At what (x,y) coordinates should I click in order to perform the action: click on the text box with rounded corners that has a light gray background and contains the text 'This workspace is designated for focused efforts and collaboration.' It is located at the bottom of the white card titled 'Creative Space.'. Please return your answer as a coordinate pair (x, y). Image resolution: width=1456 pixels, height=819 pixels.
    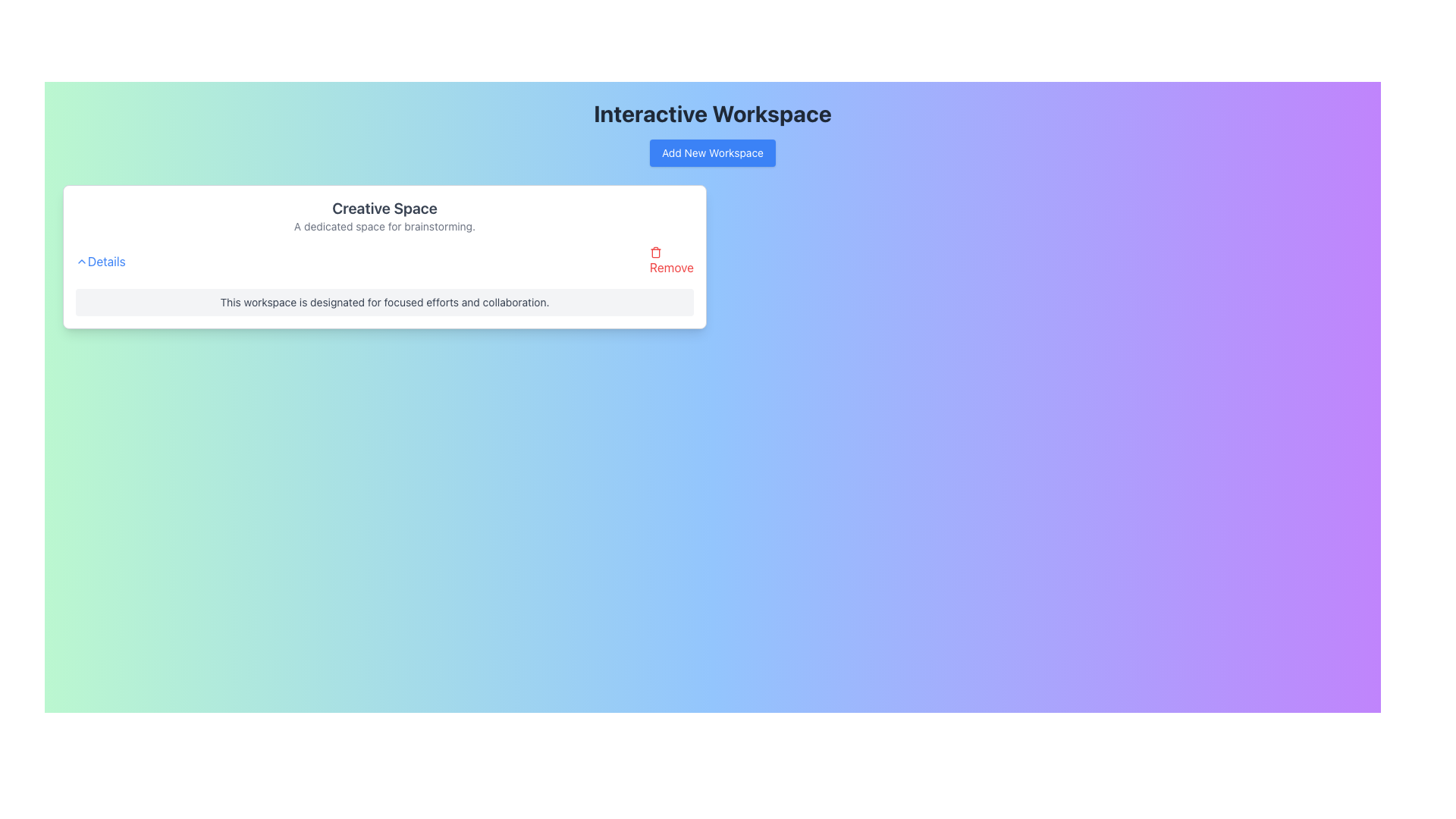
    Looking at the image, I should click on (384, 302).